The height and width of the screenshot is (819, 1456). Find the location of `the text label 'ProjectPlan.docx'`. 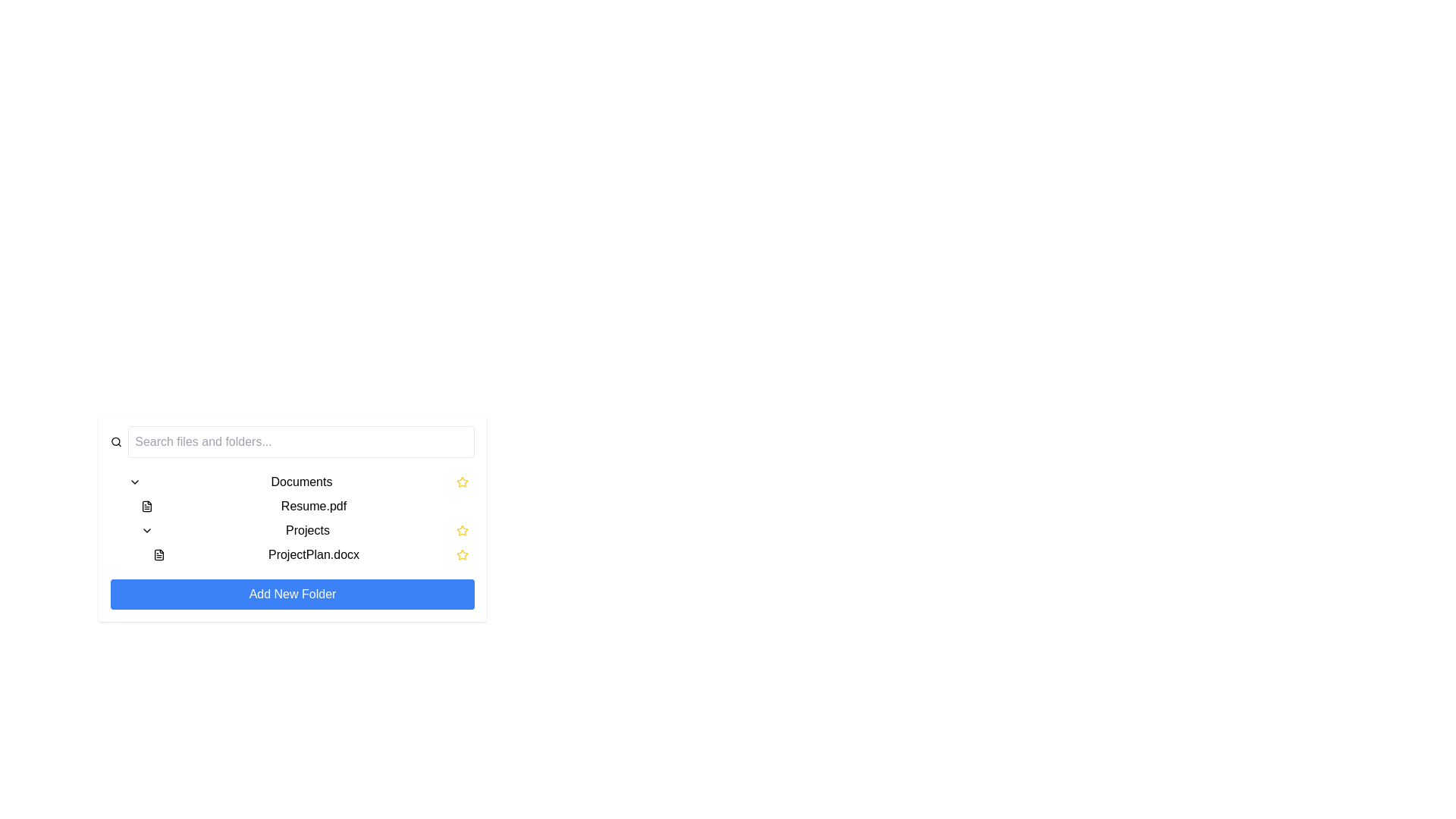

the text label 'ProjectPlan.docx' is located at coordinates (312, 555).